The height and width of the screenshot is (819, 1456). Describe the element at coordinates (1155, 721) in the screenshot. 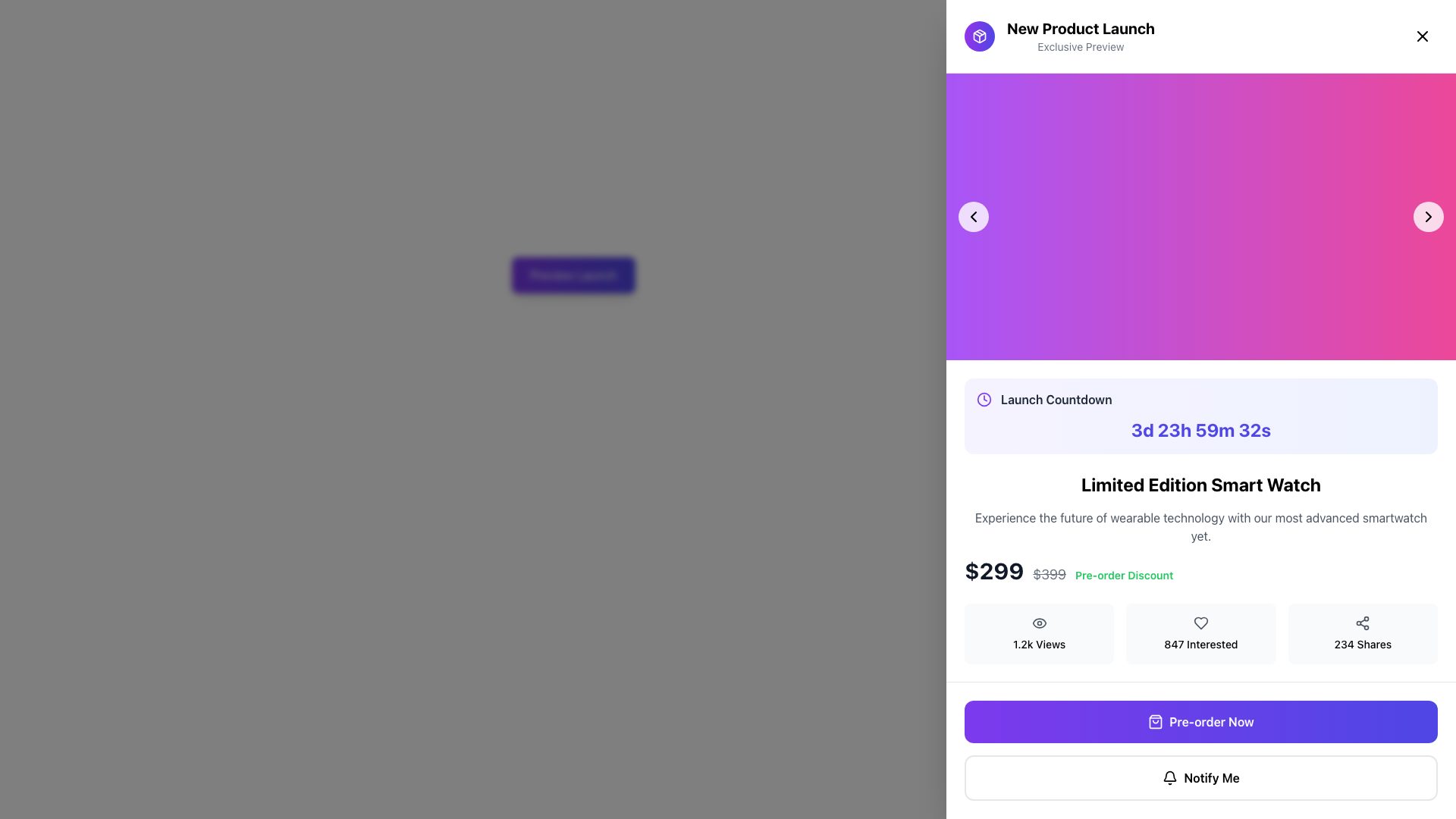

I see `the shopping-related icon located on the left end of the 'Pre-order Now' button` at that location.